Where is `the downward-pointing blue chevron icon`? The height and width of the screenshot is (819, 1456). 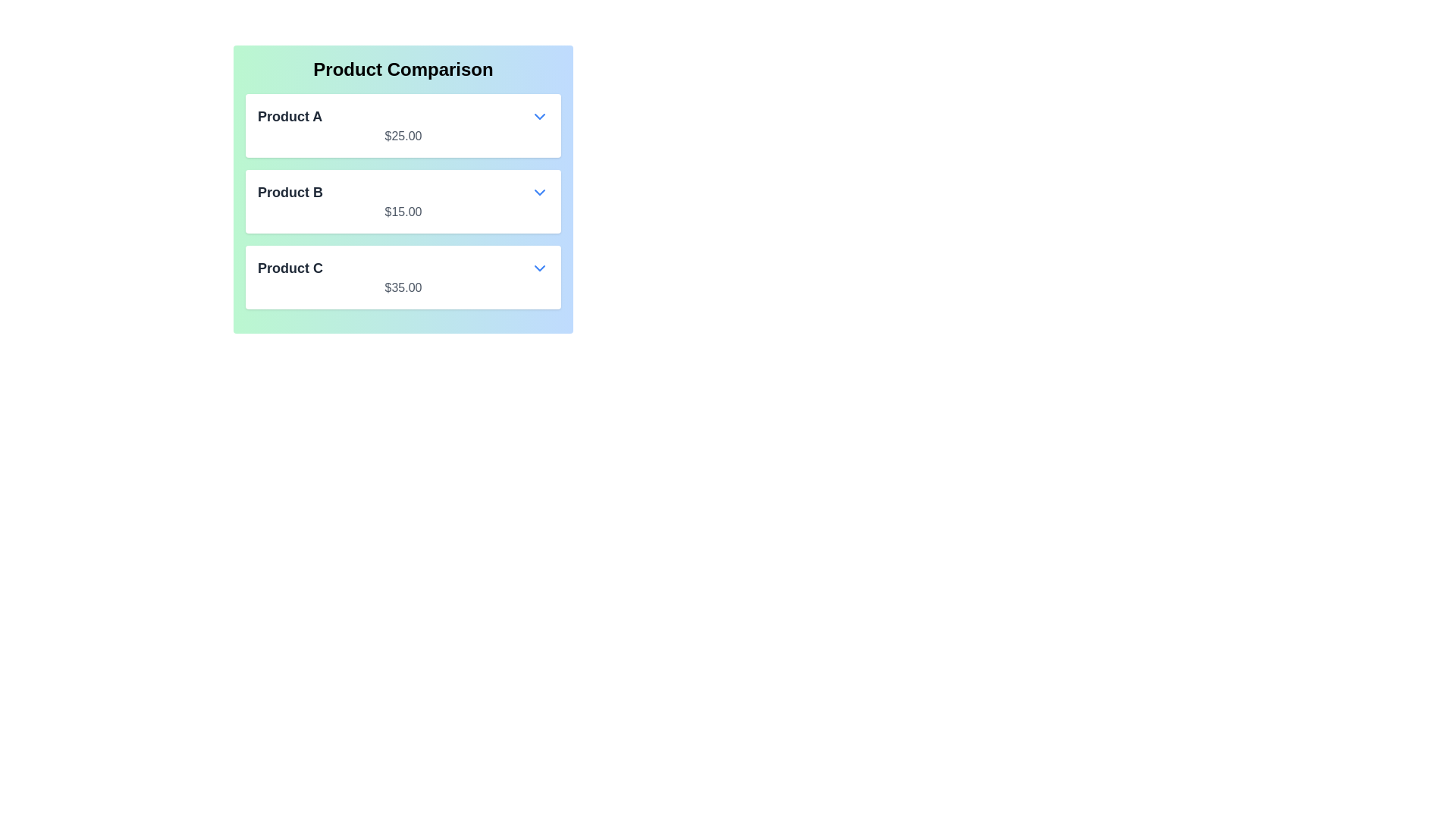
the downward-pointing blue chevron icon is located at coordinates (539, 268).